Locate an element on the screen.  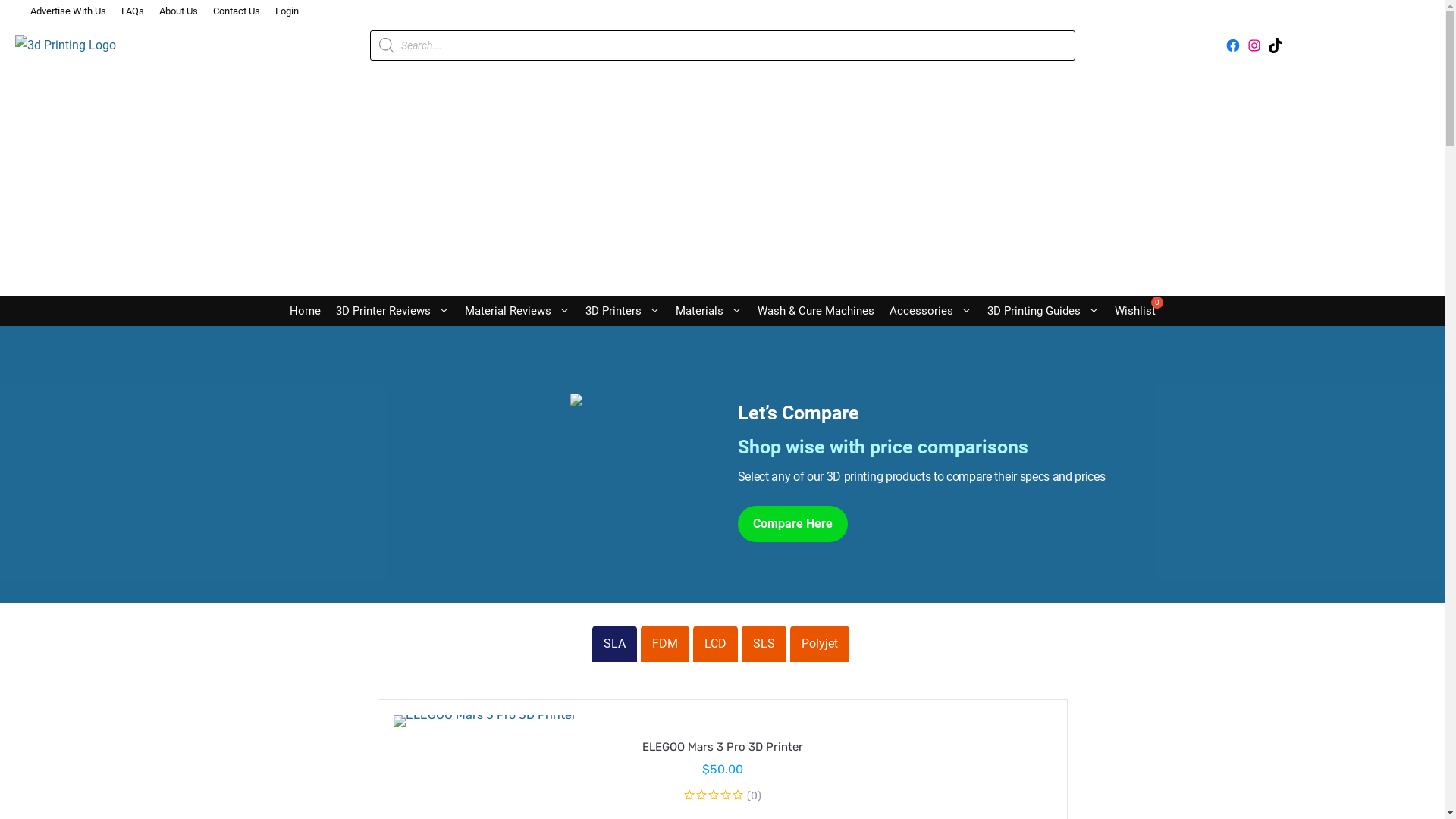
'Home' is located at coordinates (304, 309).